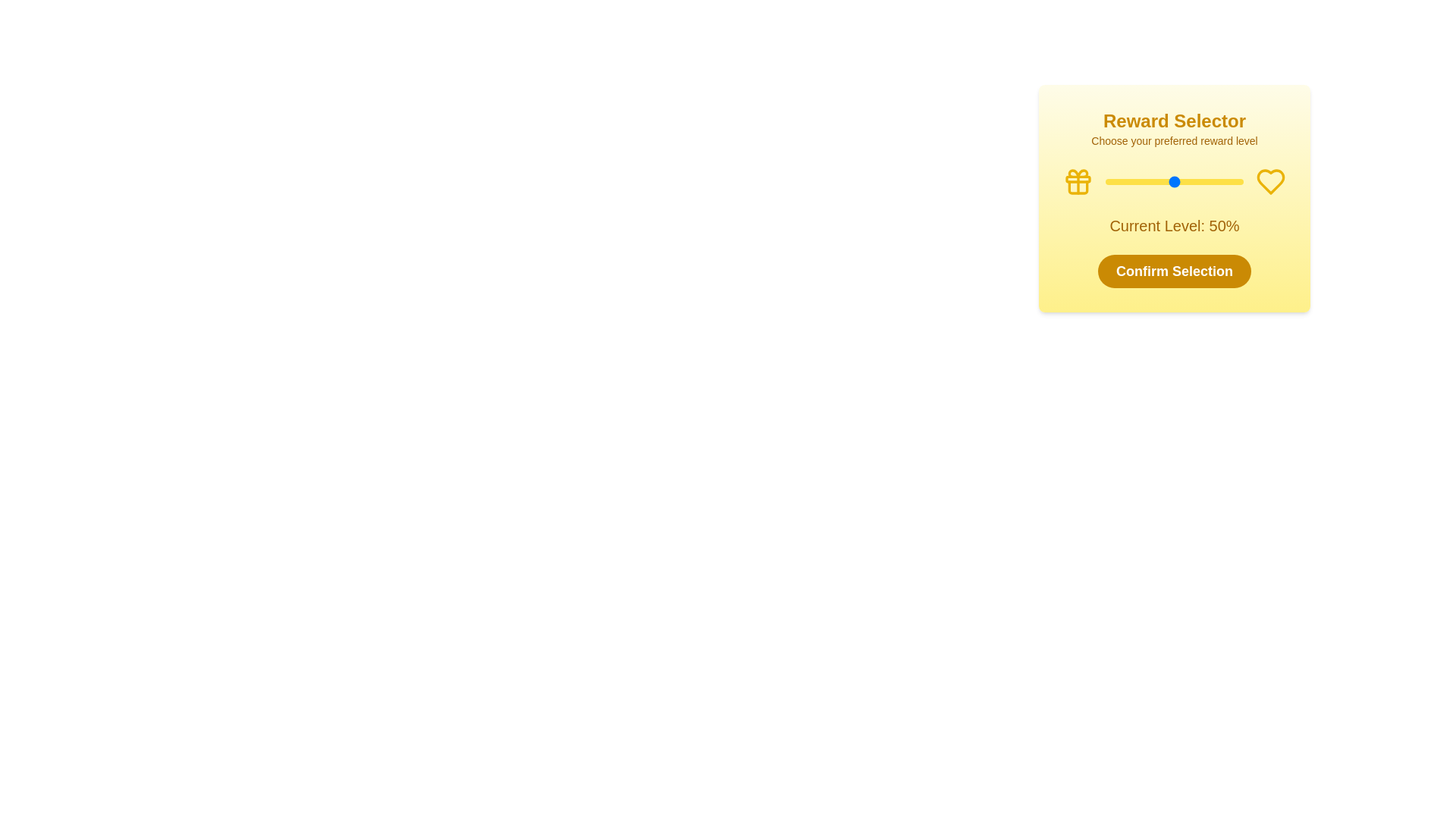 The image size is (1456, 819). Describe the element at coordinates (1198, 180) in the screenshot. I see `the reward level` at that location.